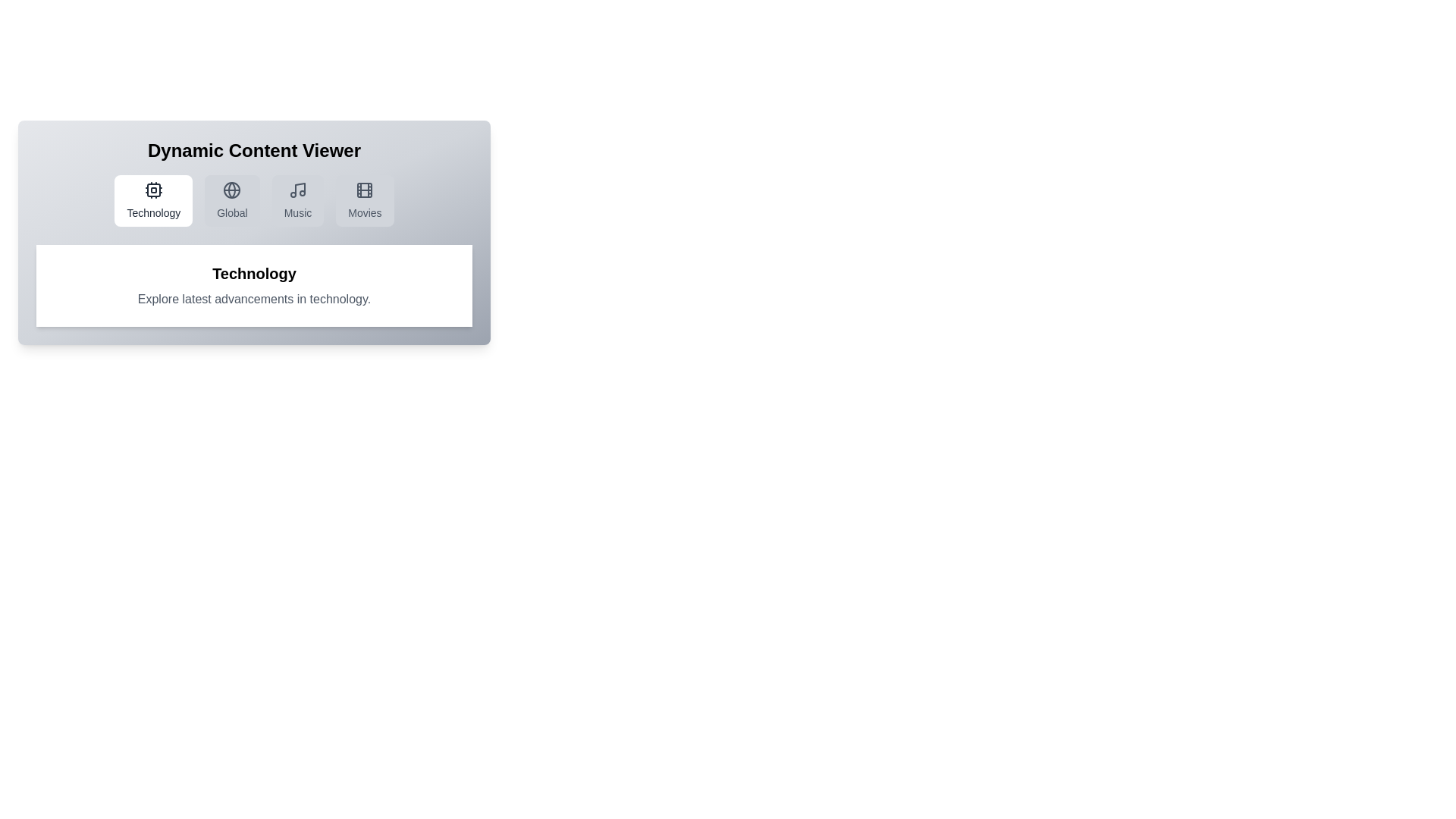 Image resolution: width=1456 pixels, height=819 pixels. Describe the element at coordinates (231, 200) in the screenshot. I see `the Global tab to display its content` at that location.